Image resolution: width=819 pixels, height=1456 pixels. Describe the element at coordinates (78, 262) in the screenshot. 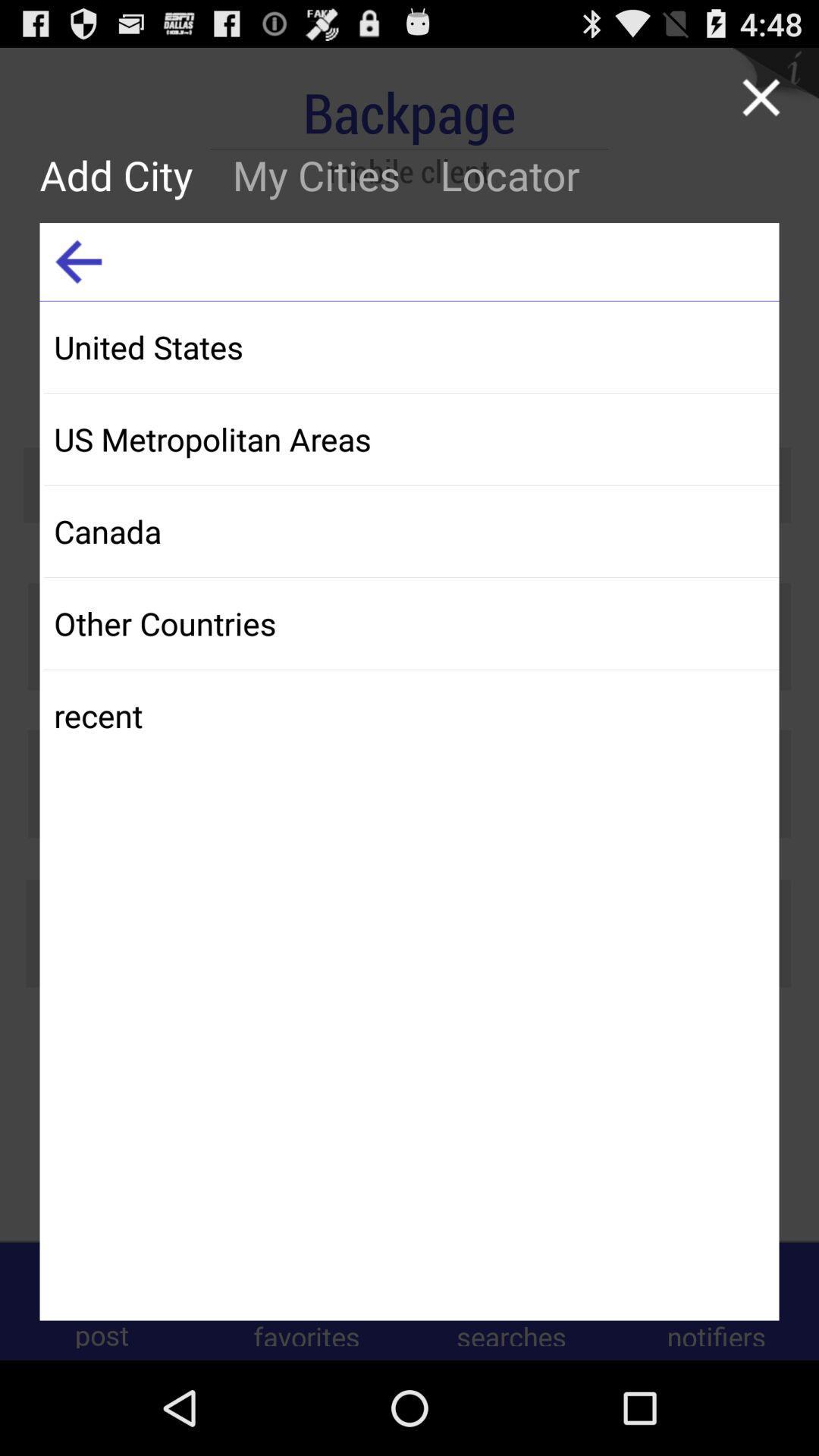

I see `the item below add city` at that location.